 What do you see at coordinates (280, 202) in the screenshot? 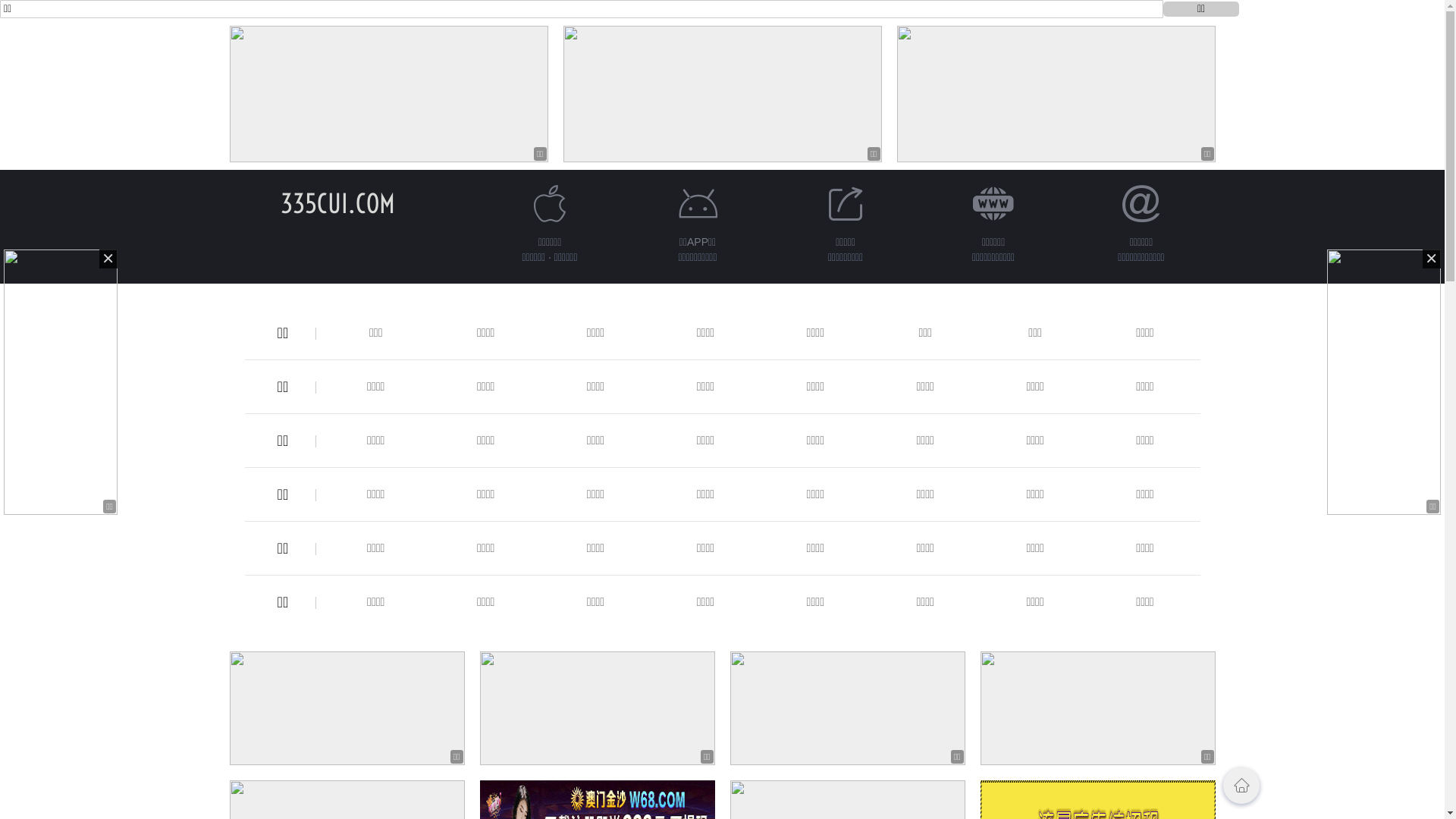
I see `'335CUI.COM'` at bounding box center [280, 202].